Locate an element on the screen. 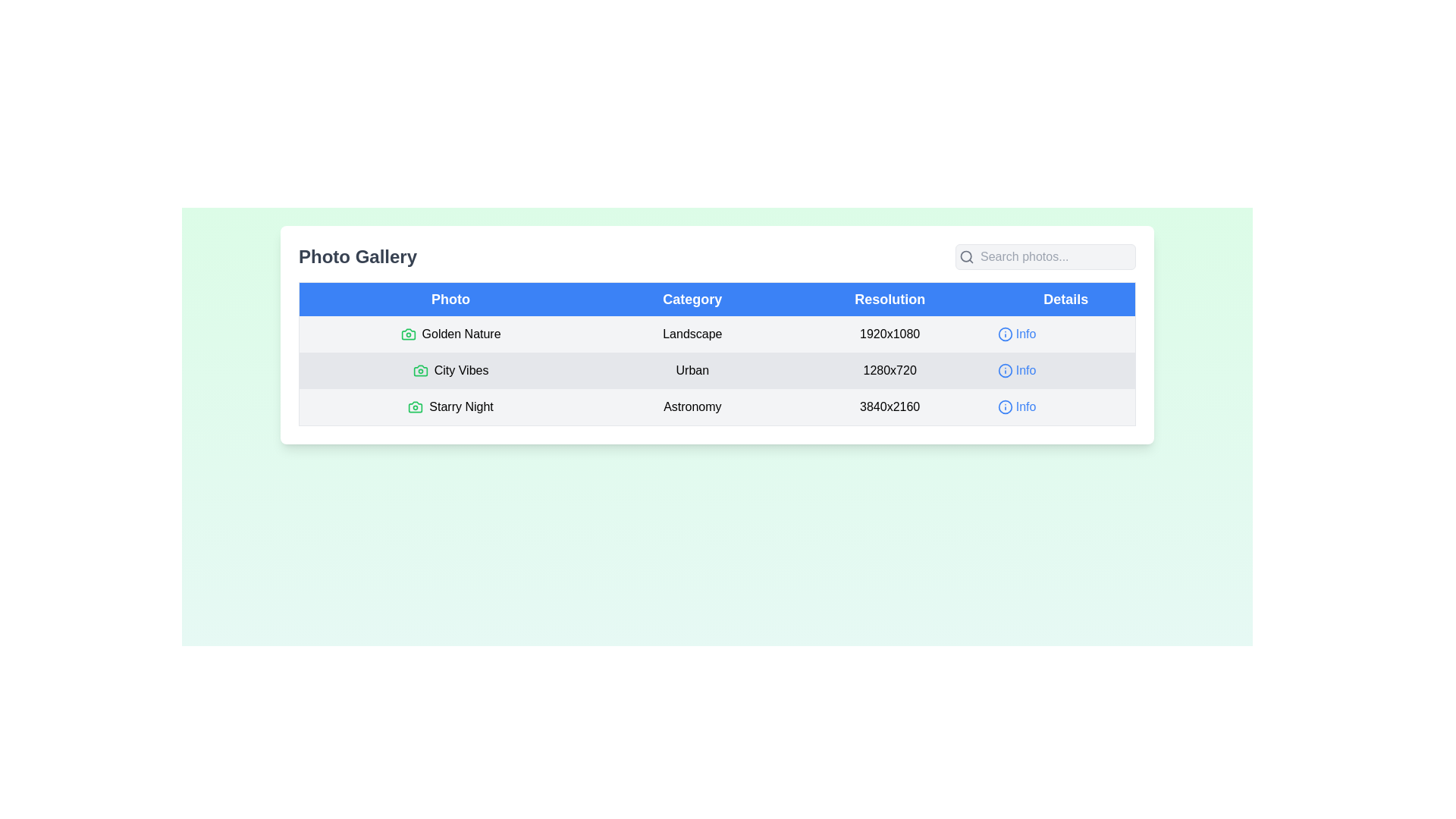 This screenshot has height=819, width=1456. the first camera icon with a green outline located to the left of the text 'Golden Nature' in the 'Photo' column is located at coordinates (408, 333).